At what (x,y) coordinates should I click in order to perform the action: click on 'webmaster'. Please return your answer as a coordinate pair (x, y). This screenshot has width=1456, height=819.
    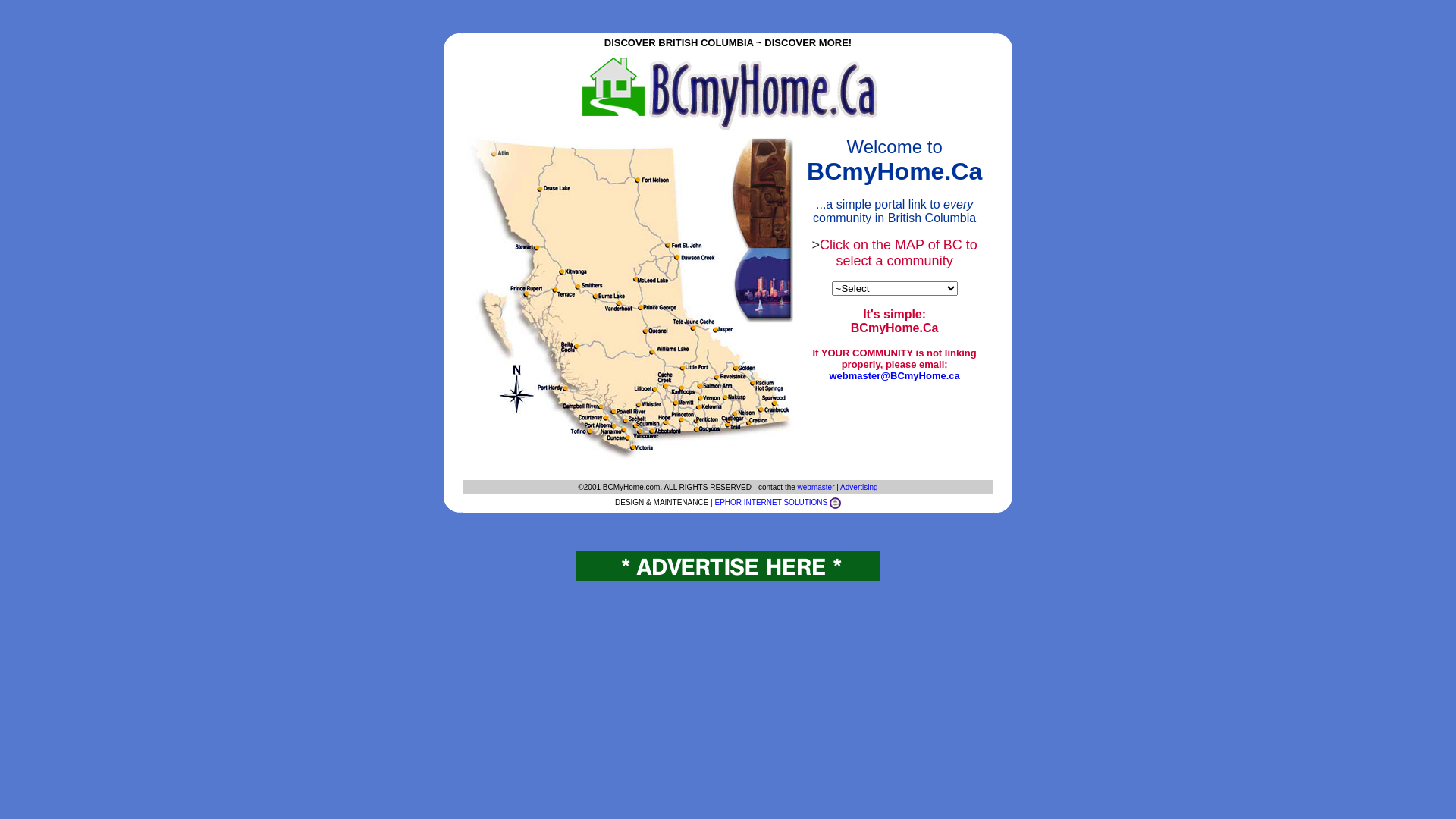
    Looking at the image, I should click on (796, 486).